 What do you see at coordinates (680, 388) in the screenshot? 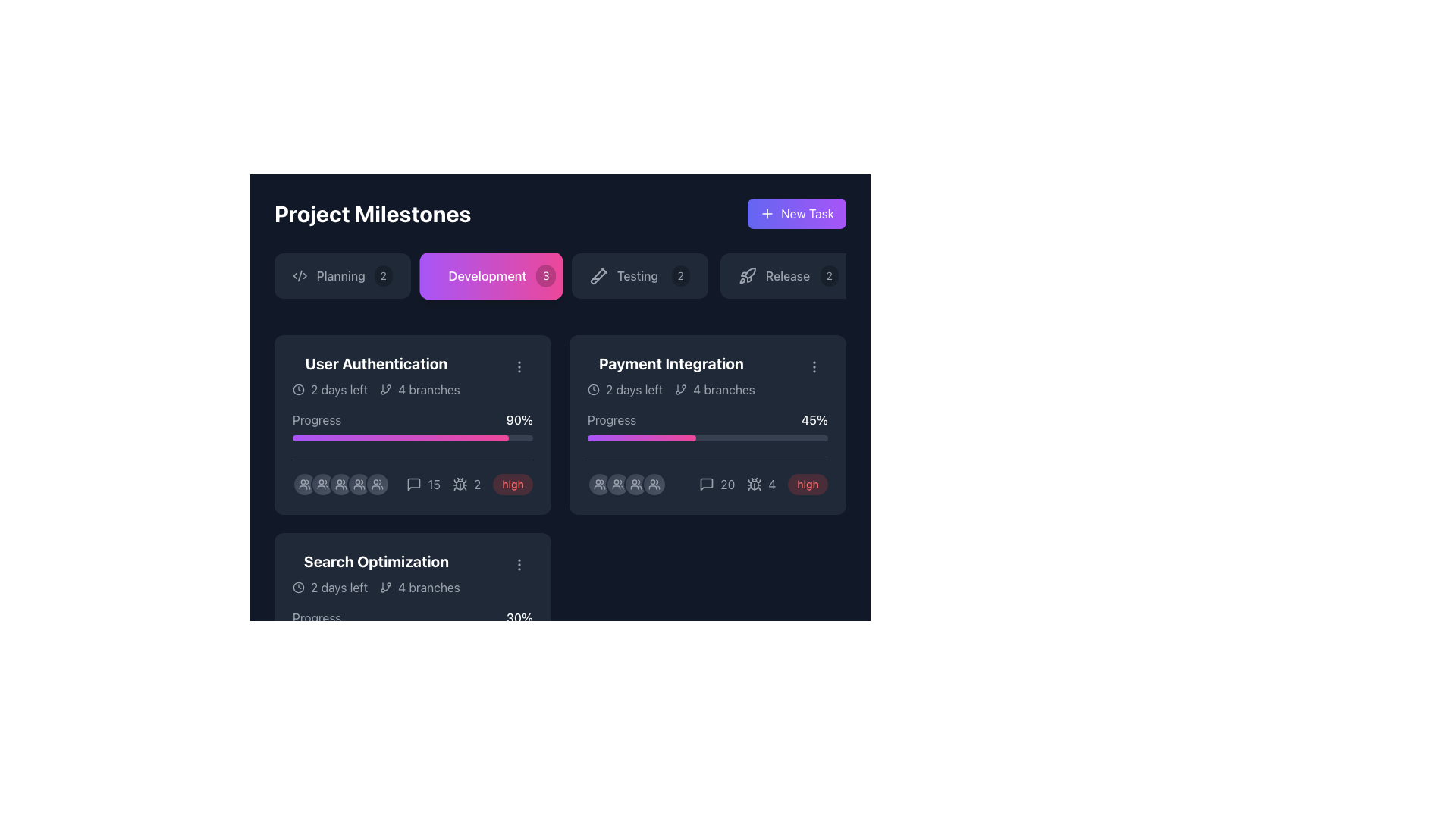
I see `the small branch structure icon located to the left of the text '4 branches.'` at bounding box center [680, 388].